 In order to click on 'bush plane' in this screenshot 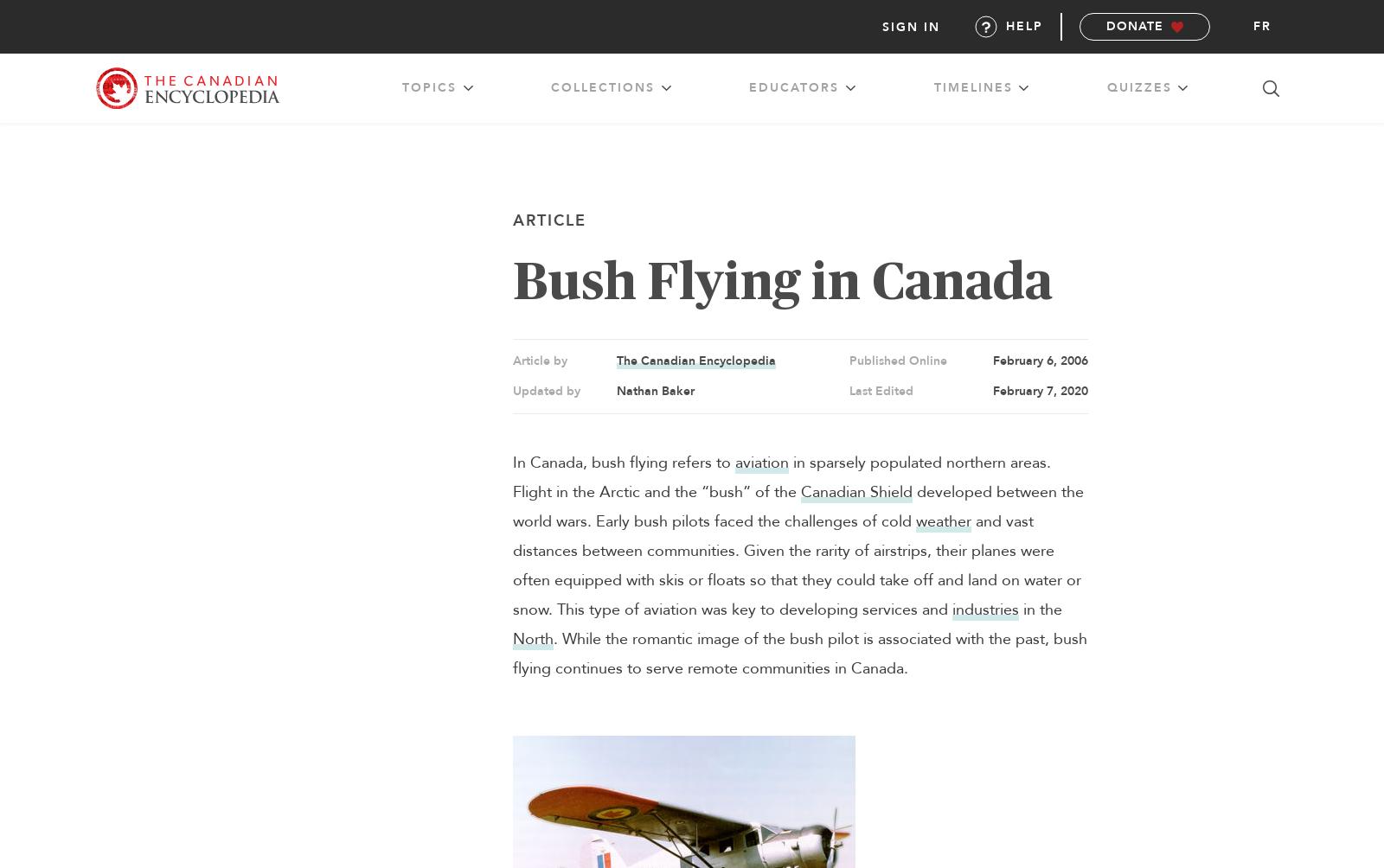, I will do `click(811, 181)`.